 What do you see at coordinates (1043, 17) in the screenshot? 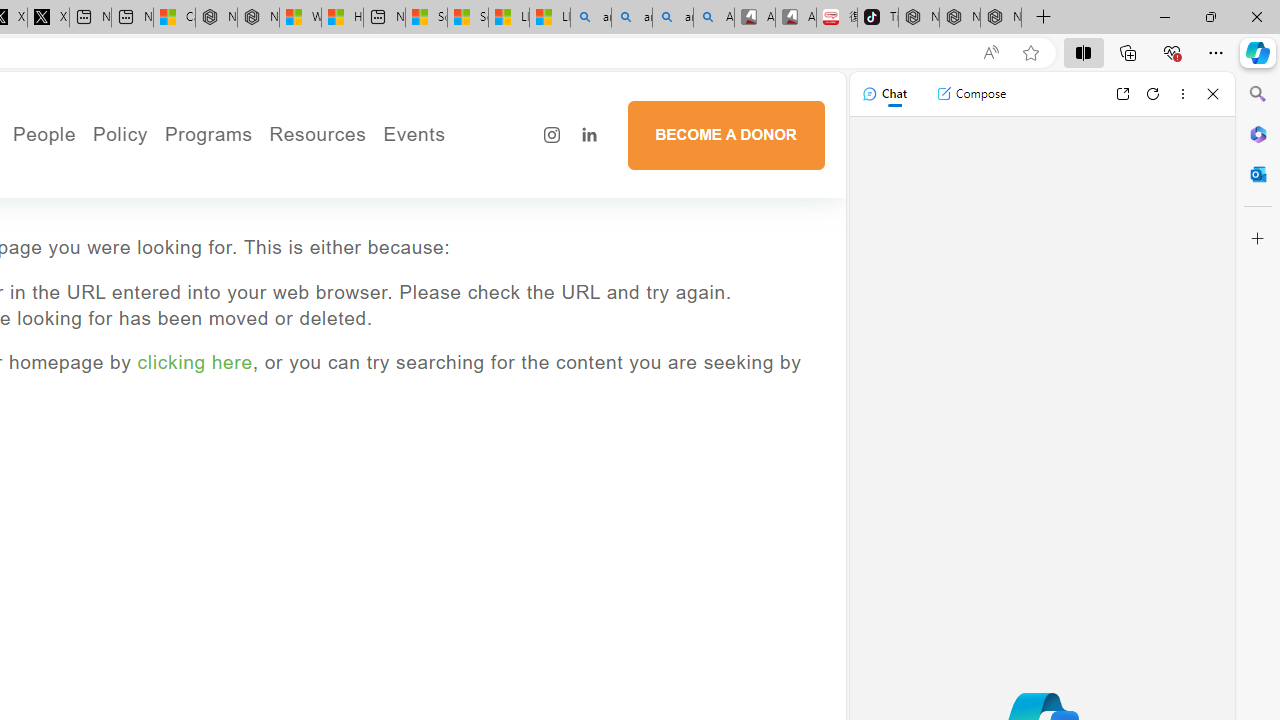
I see `'New Tab'` at bounding box center [1043, 17].